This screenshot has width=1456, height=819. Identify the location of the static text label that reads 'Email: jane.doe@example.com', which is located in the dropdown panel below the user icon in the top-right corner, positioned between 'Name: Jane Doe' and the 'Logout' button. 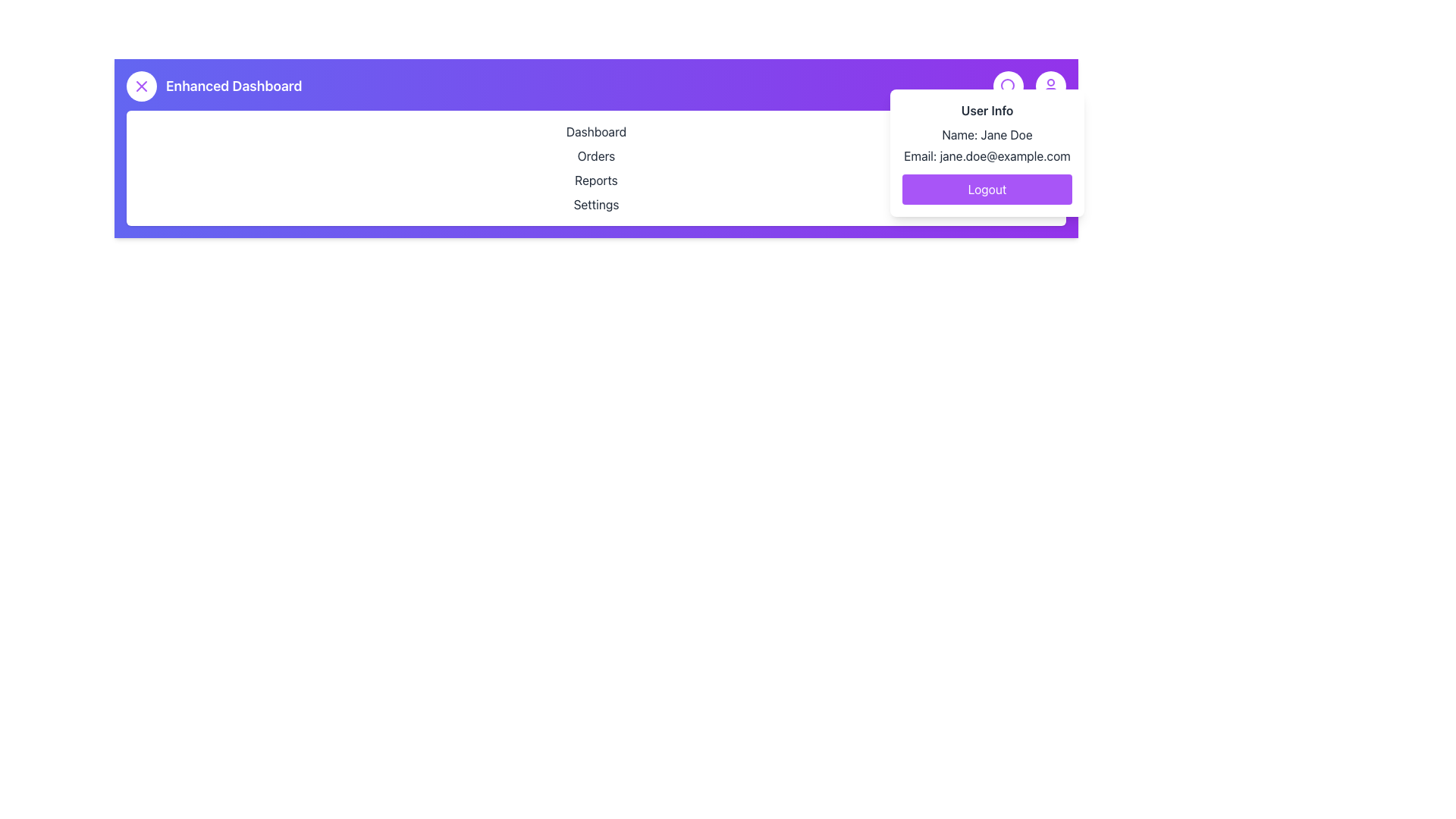
(987, 155).